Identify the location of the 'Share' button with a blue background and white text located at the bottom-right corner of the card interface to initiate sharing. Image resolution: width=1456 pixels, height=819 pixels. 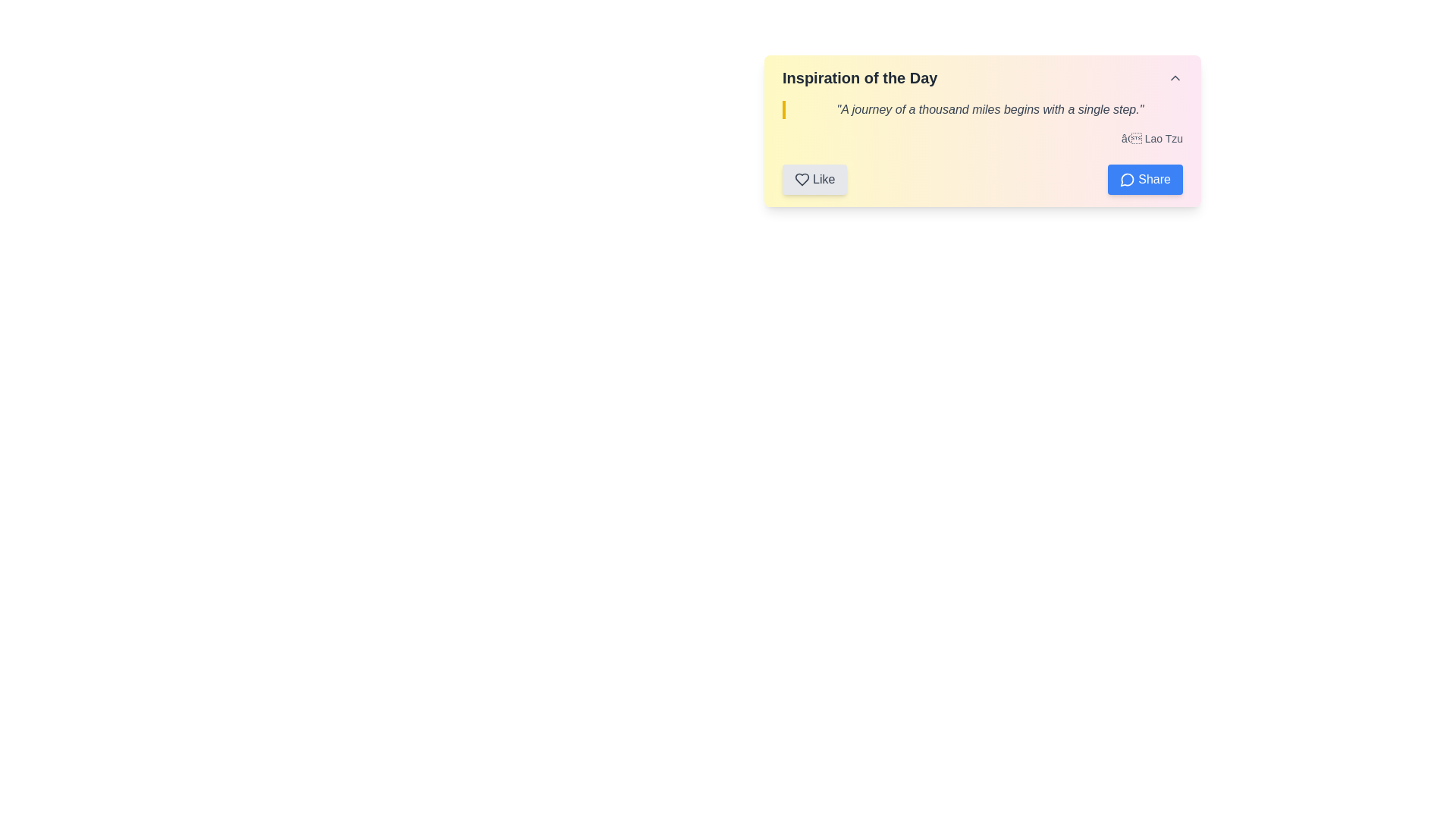
(1145, 178).